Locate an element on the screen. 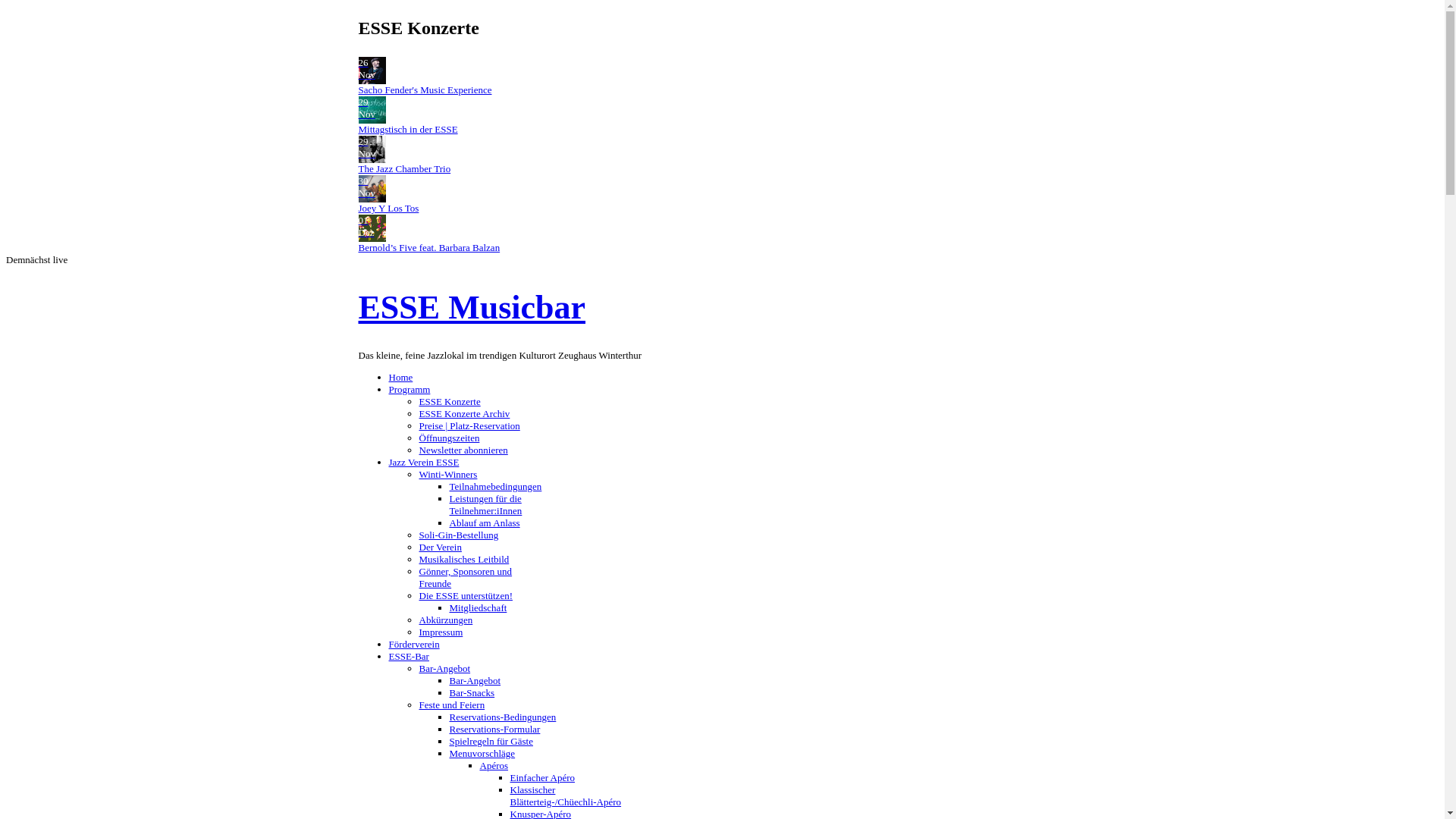  'Programm' is located at coordinates (409, 388).